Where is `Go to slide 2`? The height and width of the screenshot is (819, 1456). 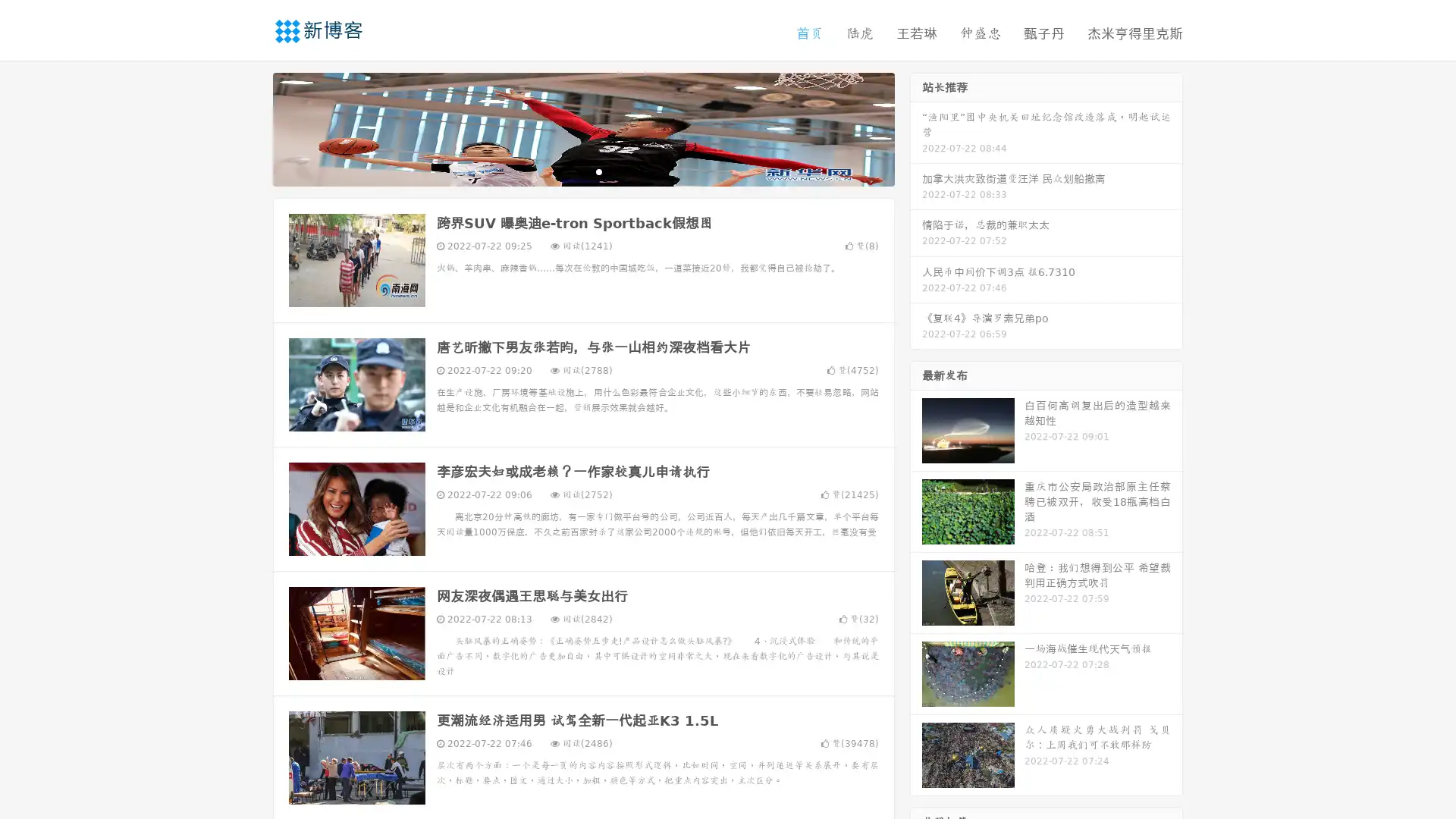
Go to slide 2 is located at coordinates (582, 171).